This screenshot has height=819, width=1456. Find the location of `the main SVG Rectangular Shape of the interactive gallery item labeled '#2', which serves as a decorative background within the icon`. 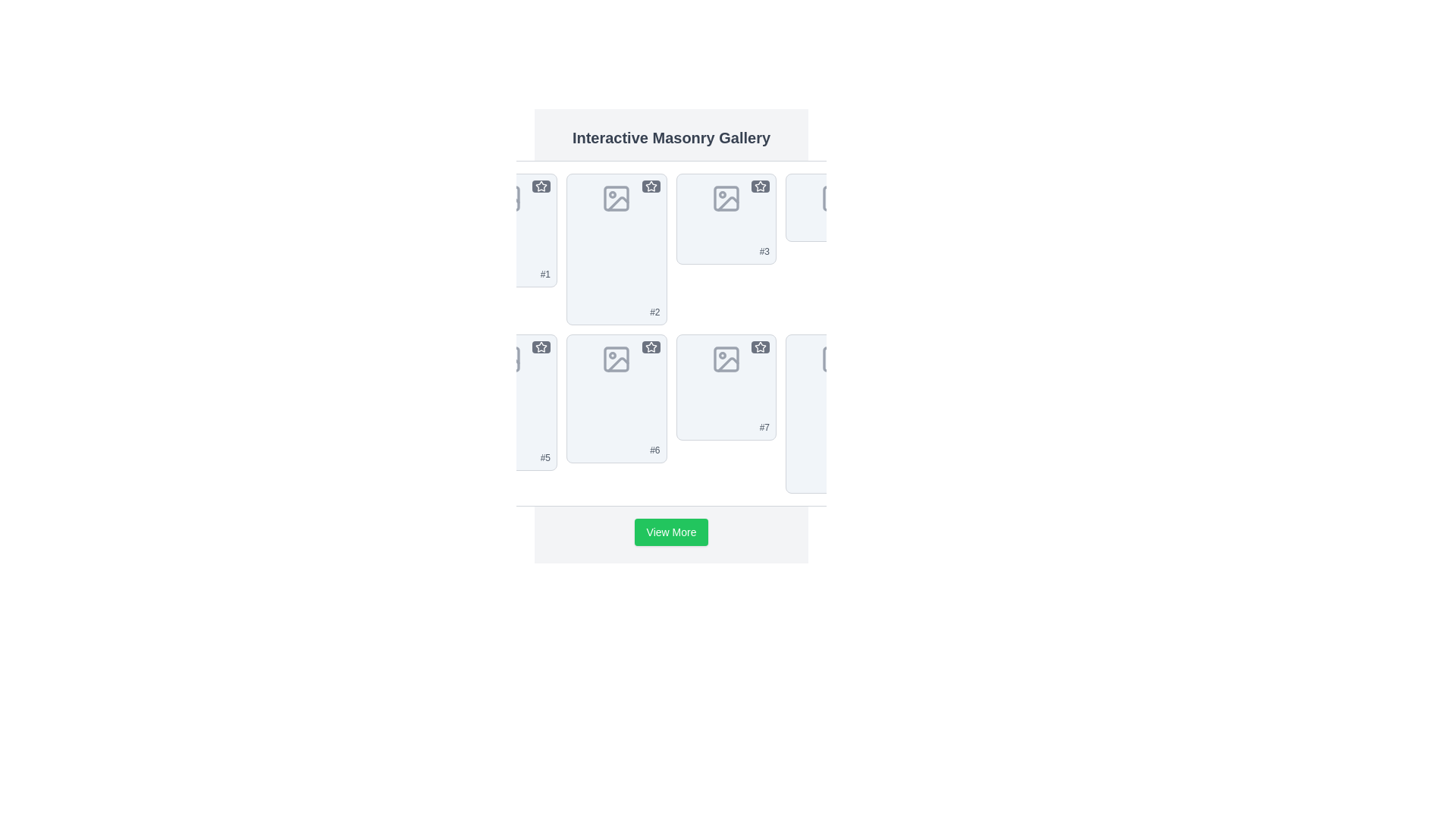

the main SVG Rectangular Shape of the interactive gallery item labeled '#2', which serves as a decorative background within the icon is located at coordinates (617, 198).